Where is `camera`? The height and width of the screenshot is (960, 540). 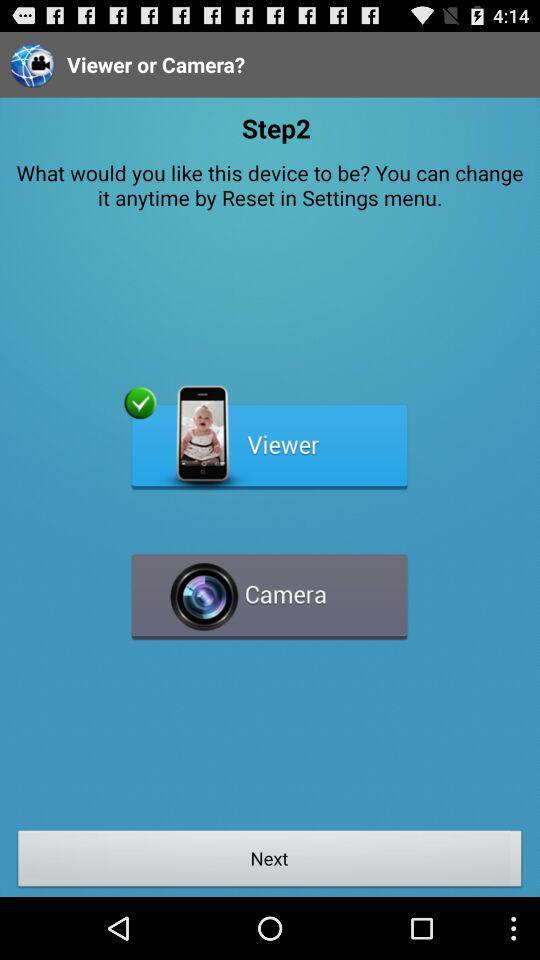
camera is located at coordinates (269, 588).